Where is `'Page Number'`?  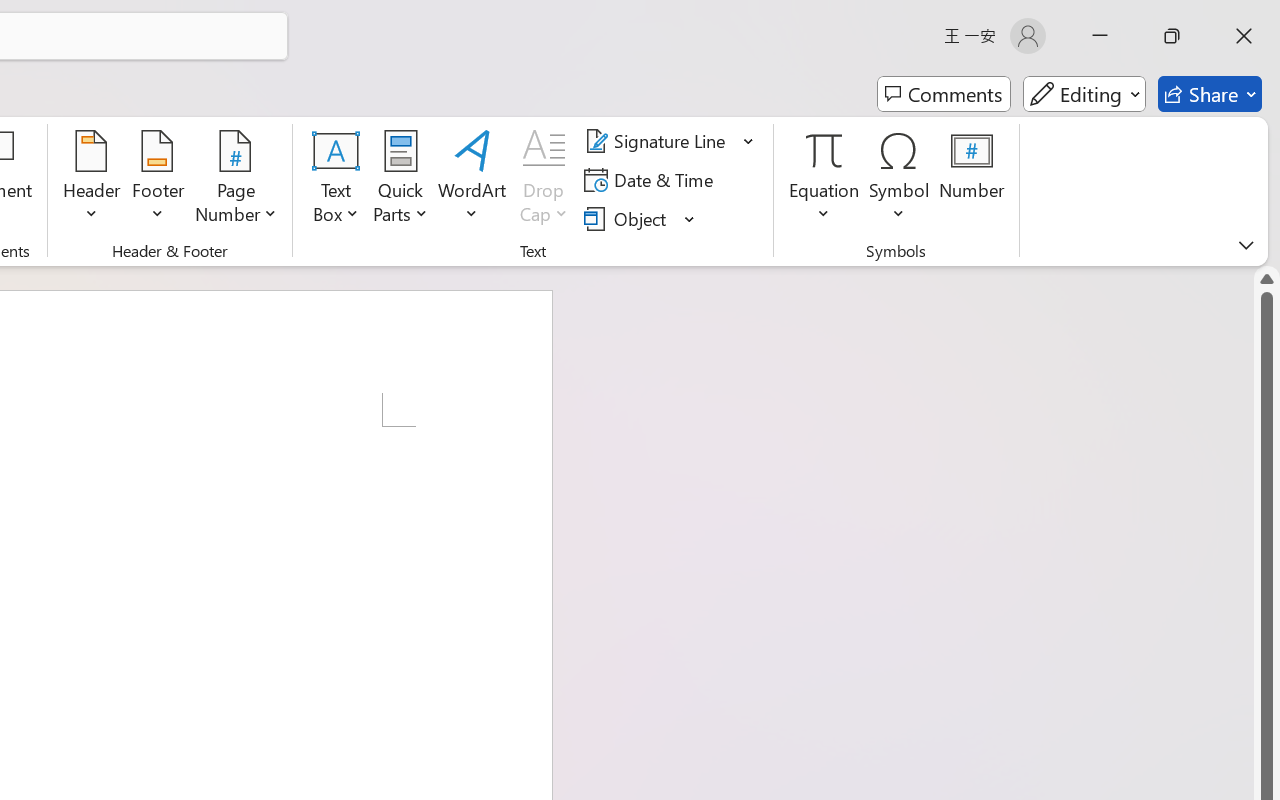 'Page Number' is located at coordinates (236, 179).